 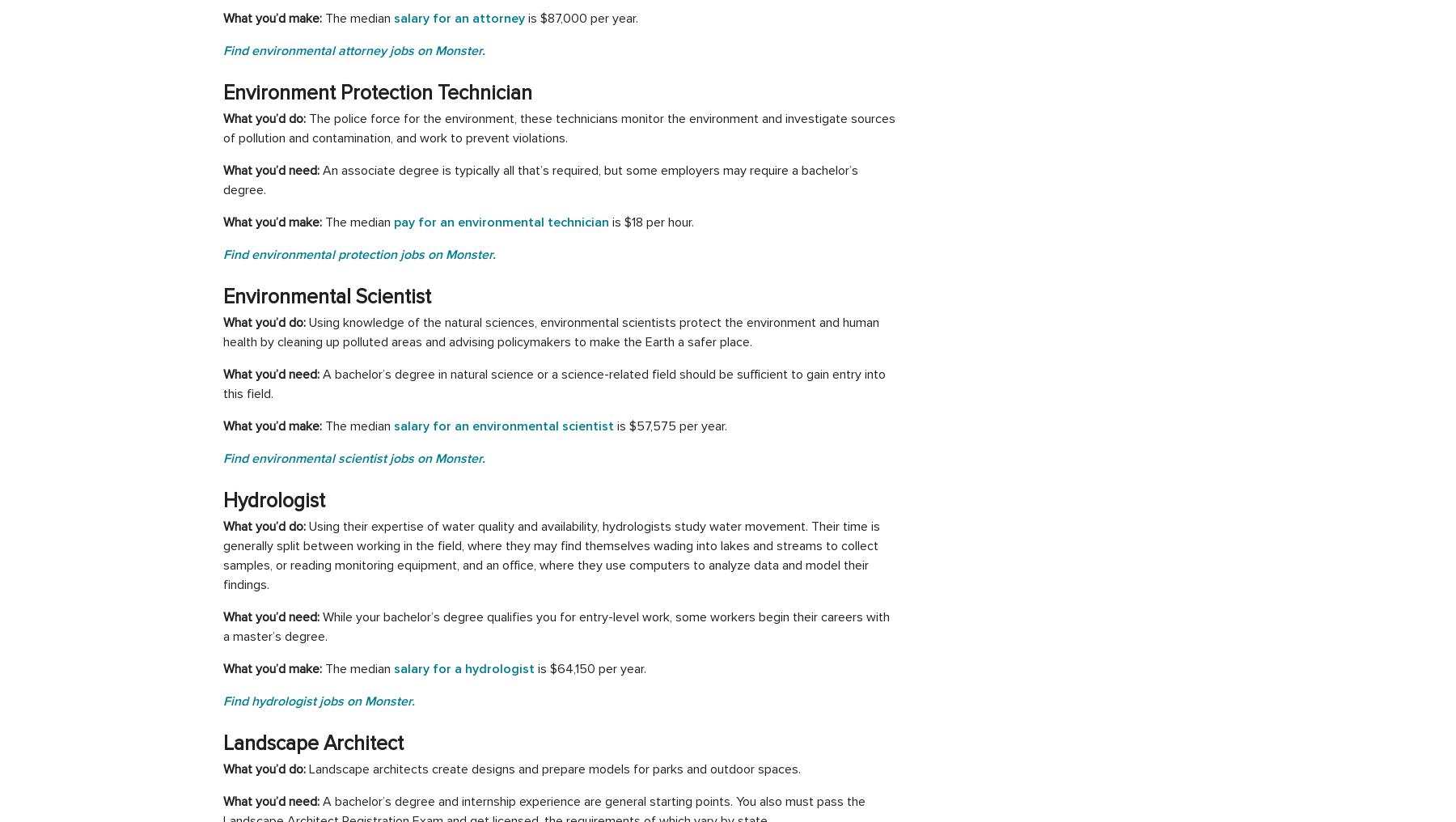 I want to click on 'Find environmental scientist jobs on Monster.', so click(x=353, y=458).